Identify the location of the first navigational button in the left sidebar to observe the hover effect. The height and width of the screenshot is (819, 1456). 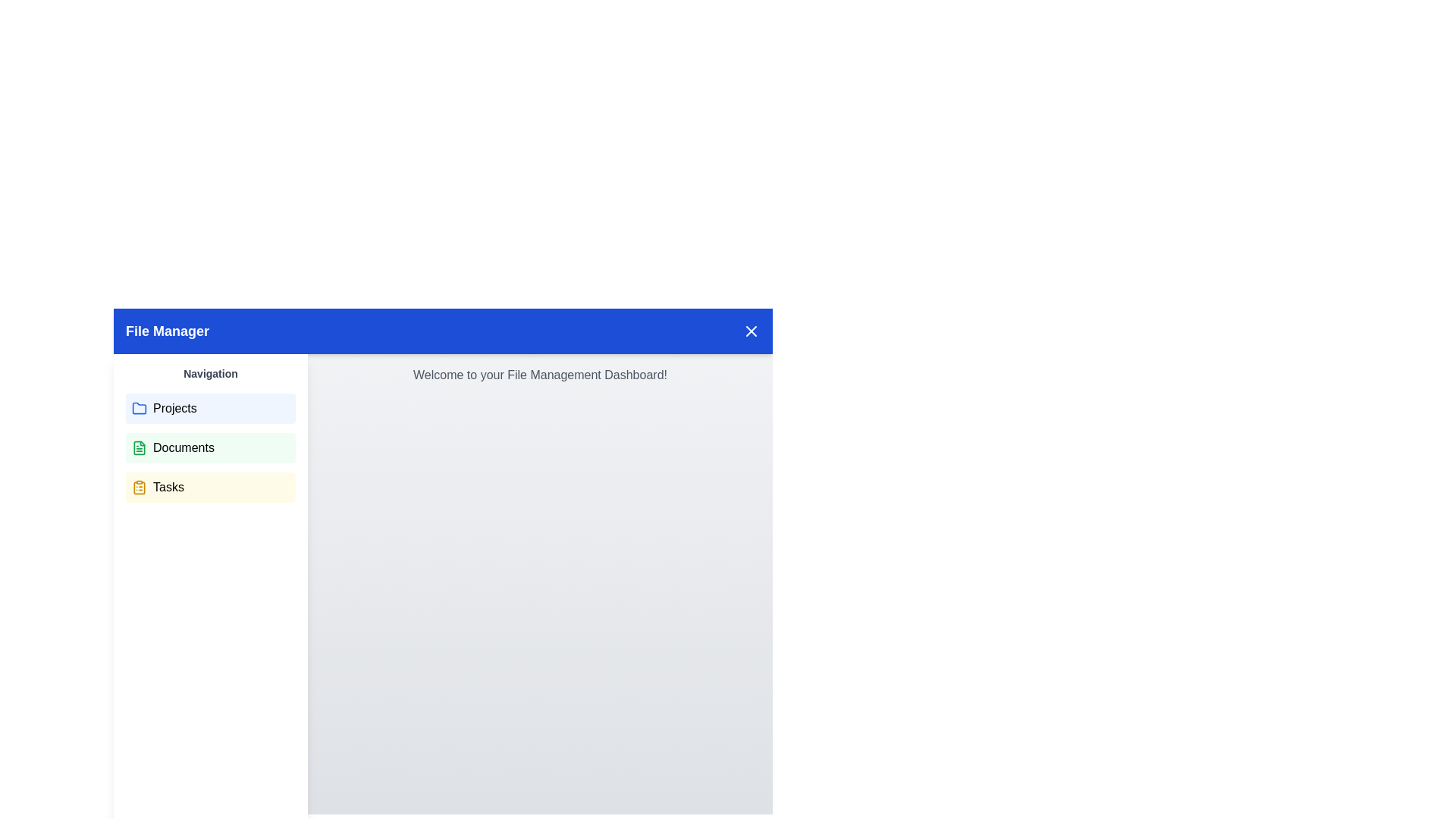
(210, 408).